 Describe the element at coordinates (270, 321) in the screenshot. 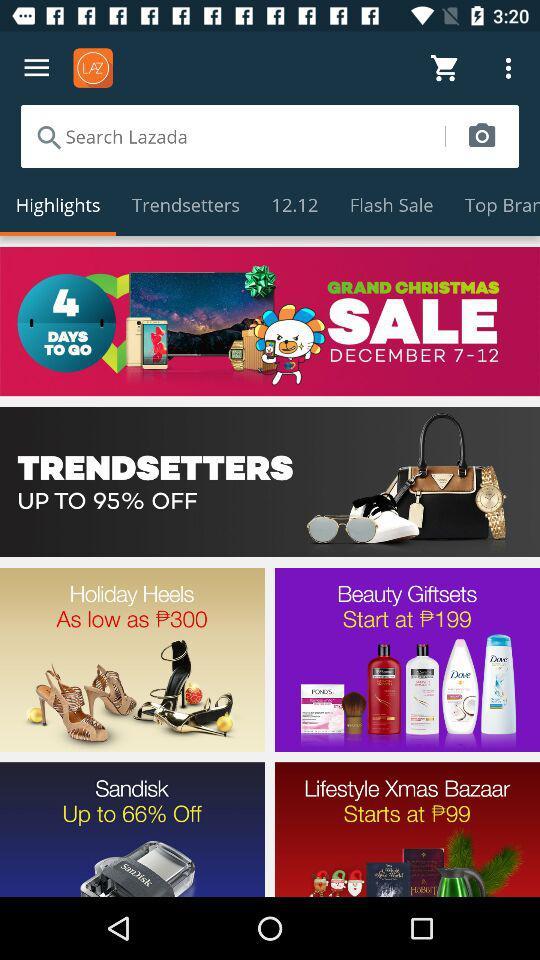

I see `first advertisement` at that location.